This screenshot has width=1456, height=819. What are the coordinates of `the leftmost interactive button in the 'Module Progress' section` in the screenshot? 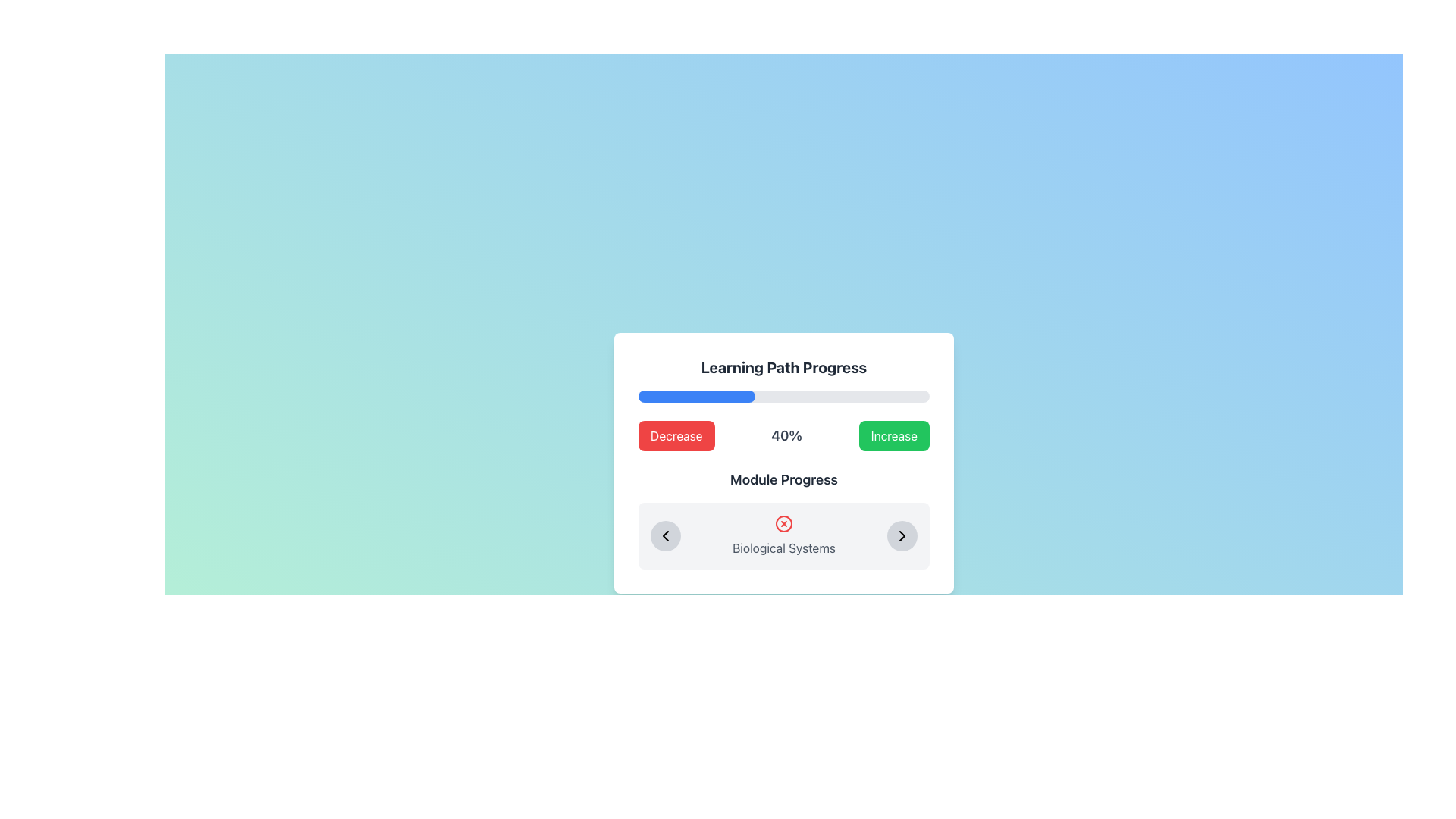 It's located at (666, 535).